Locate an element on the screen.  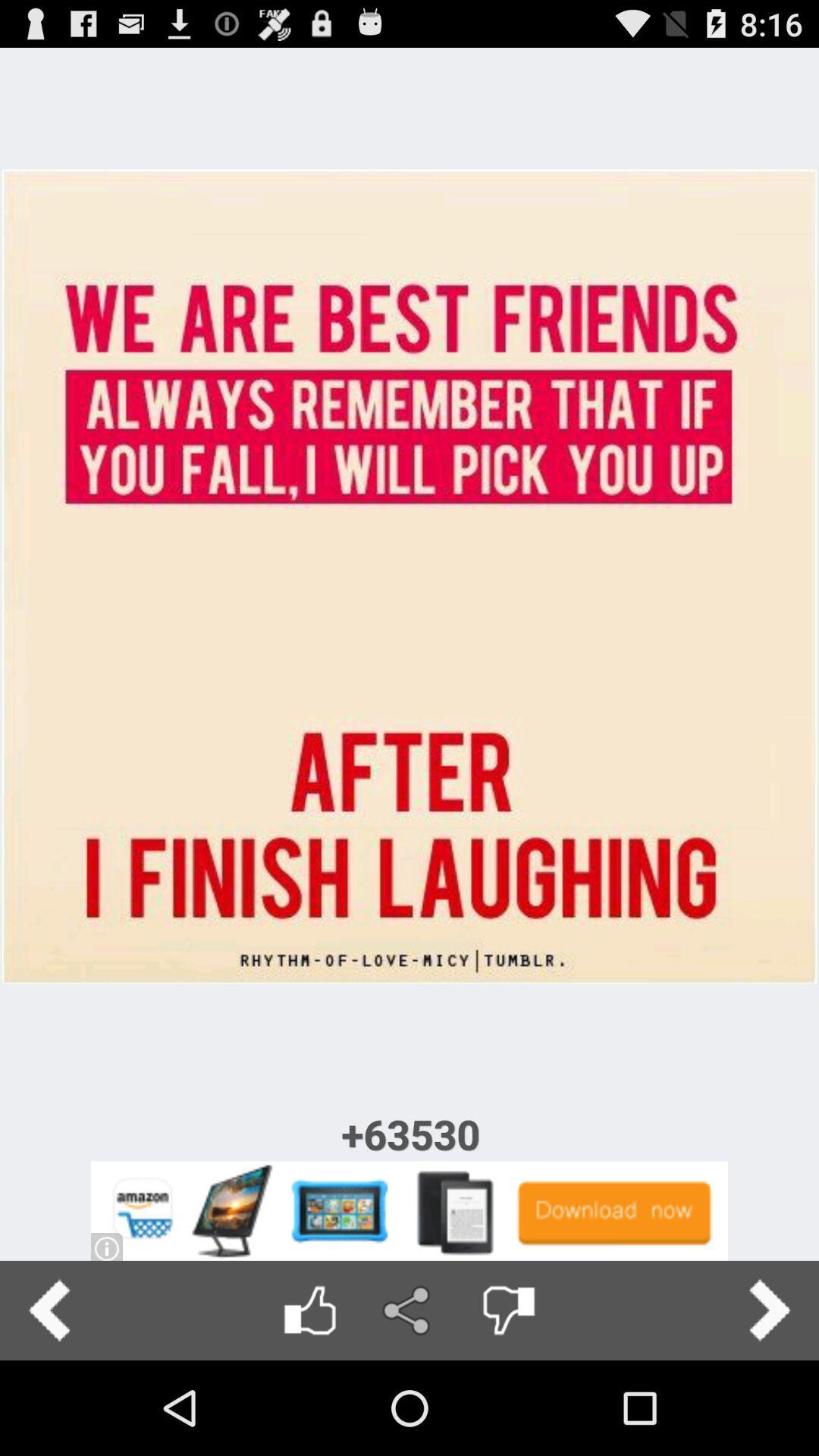
next page is located at coordinates (769, 1310).